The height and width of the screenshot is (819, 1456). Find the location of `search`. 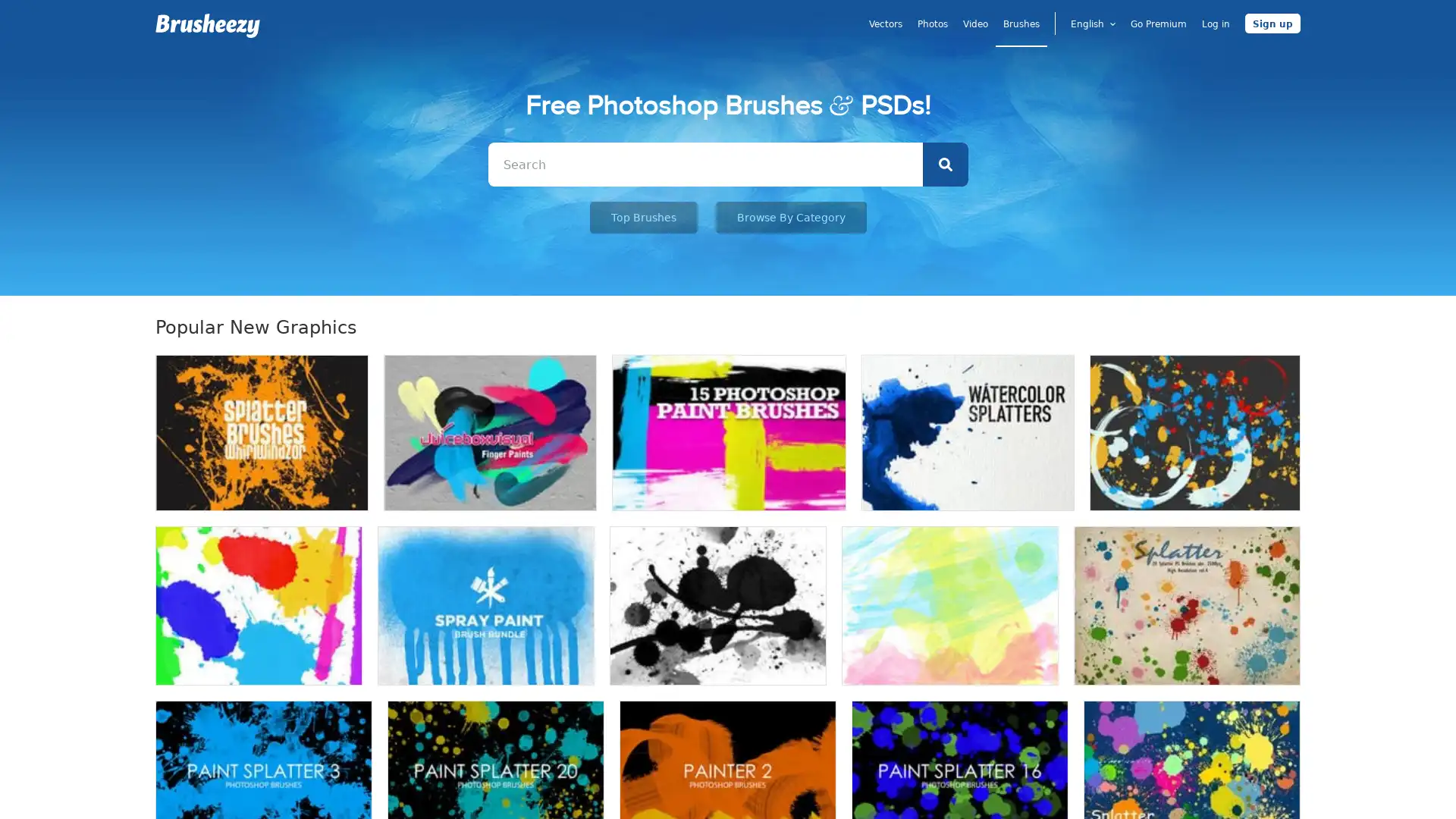

search is located at coordinates (944, 164).